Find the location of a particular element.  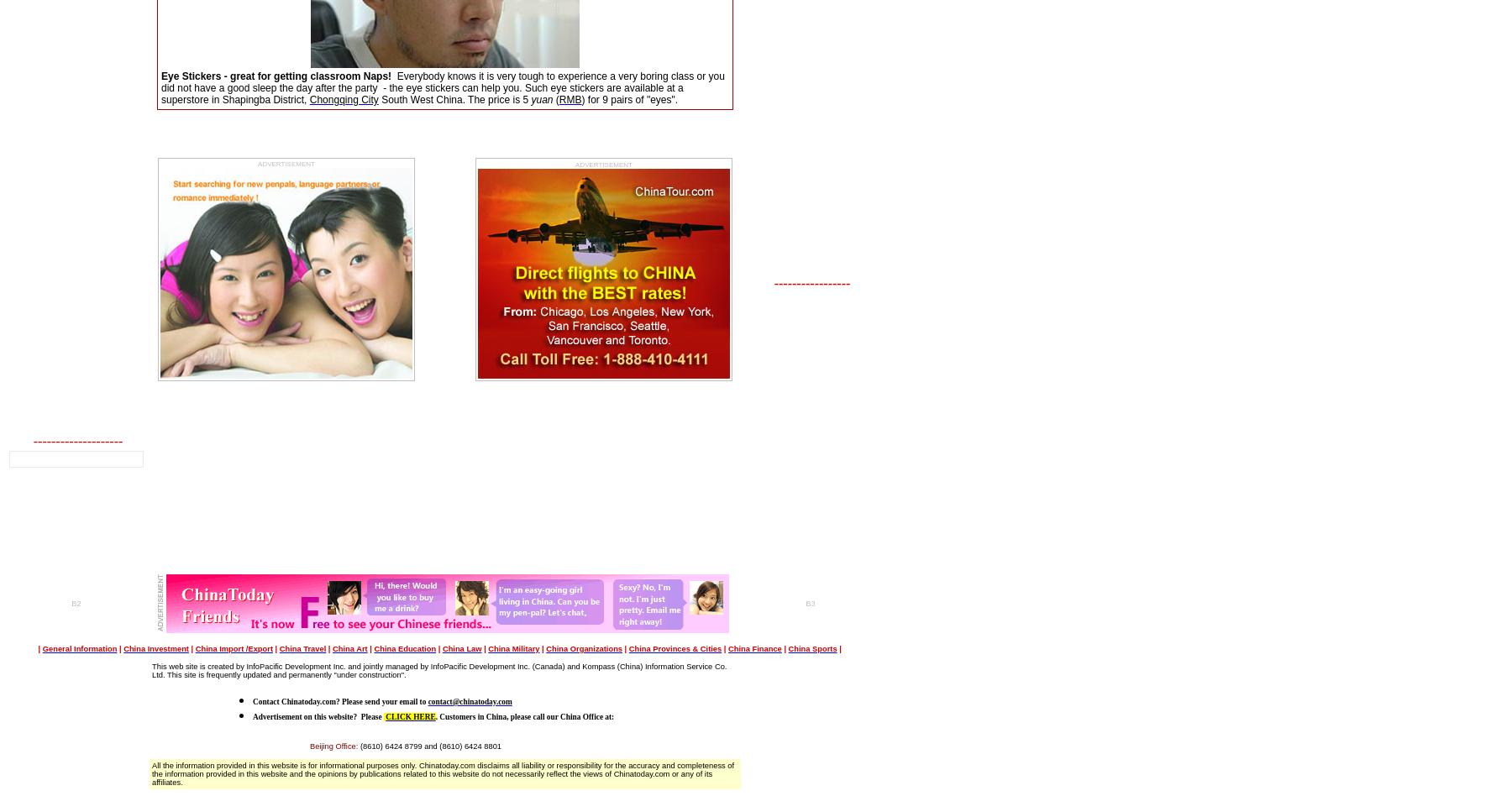

'China 
      Investment' is located at coordinates (155, 648).